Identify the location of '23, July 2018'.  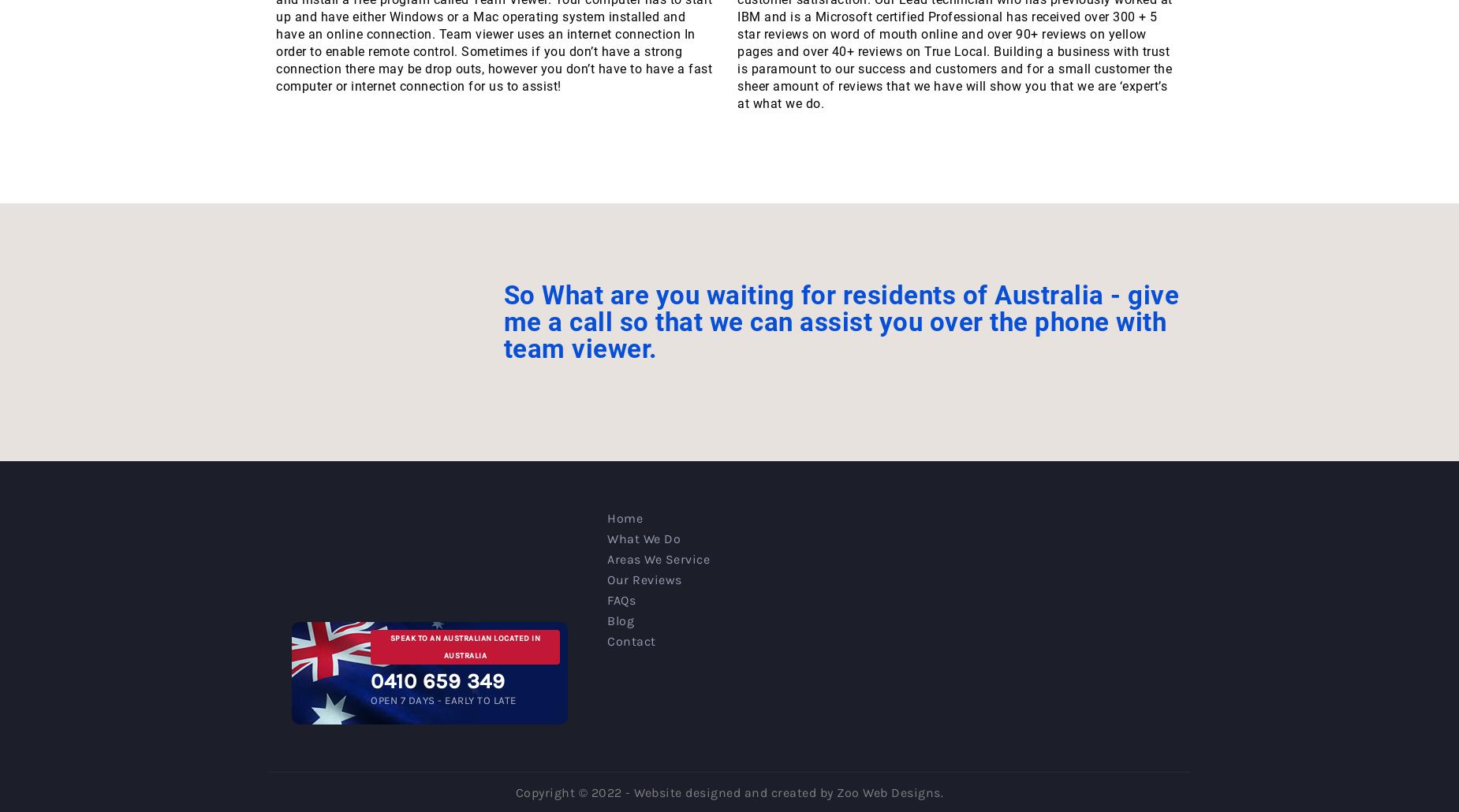
(410, 248).